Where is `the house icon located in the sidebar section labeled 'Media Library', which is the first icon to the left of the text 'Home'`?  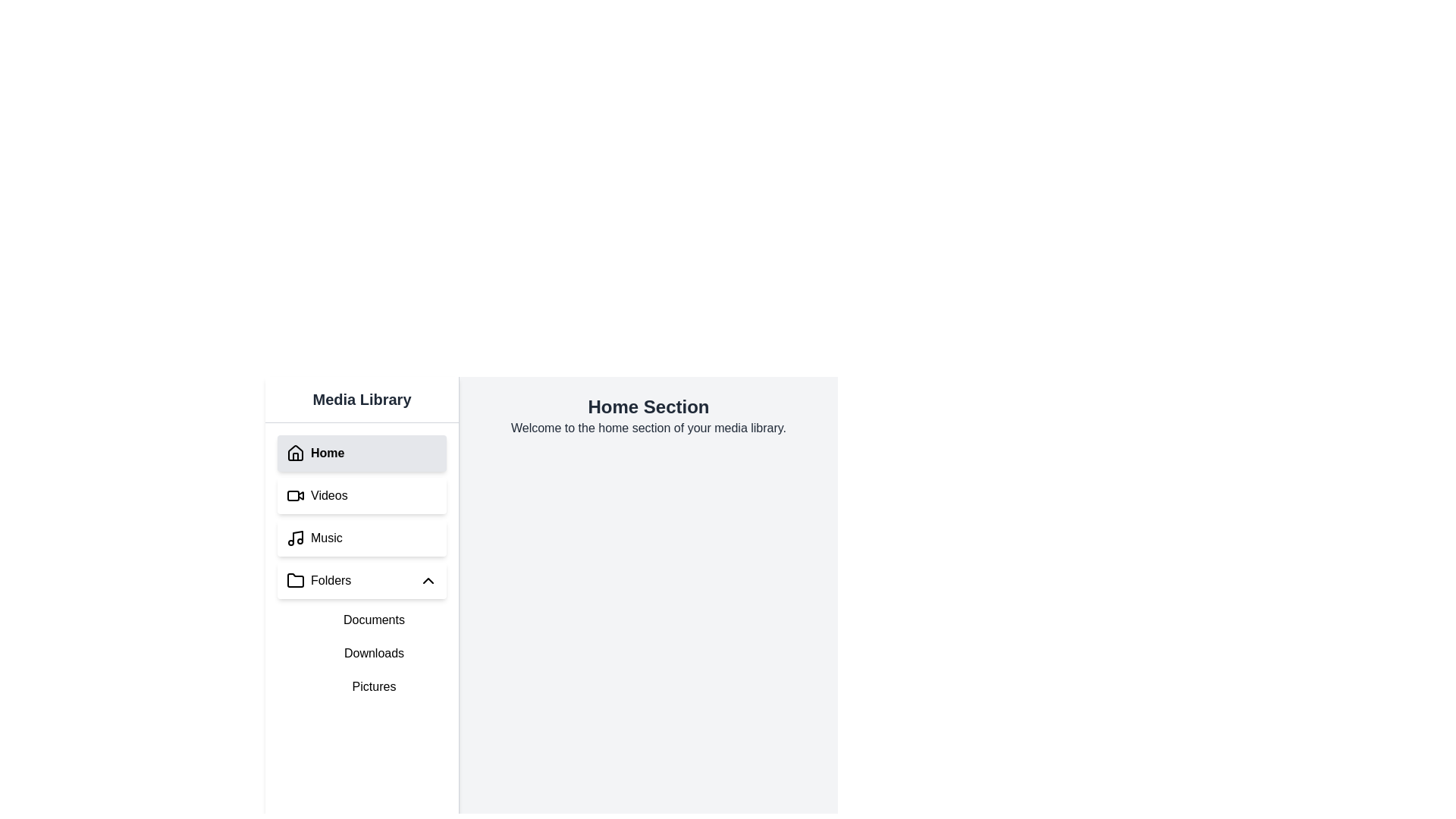 the house icon located in the sidebar section labeled 'Media Library', which is the first icon to the left of the text 'Home' is located at coordinates (295, 452).